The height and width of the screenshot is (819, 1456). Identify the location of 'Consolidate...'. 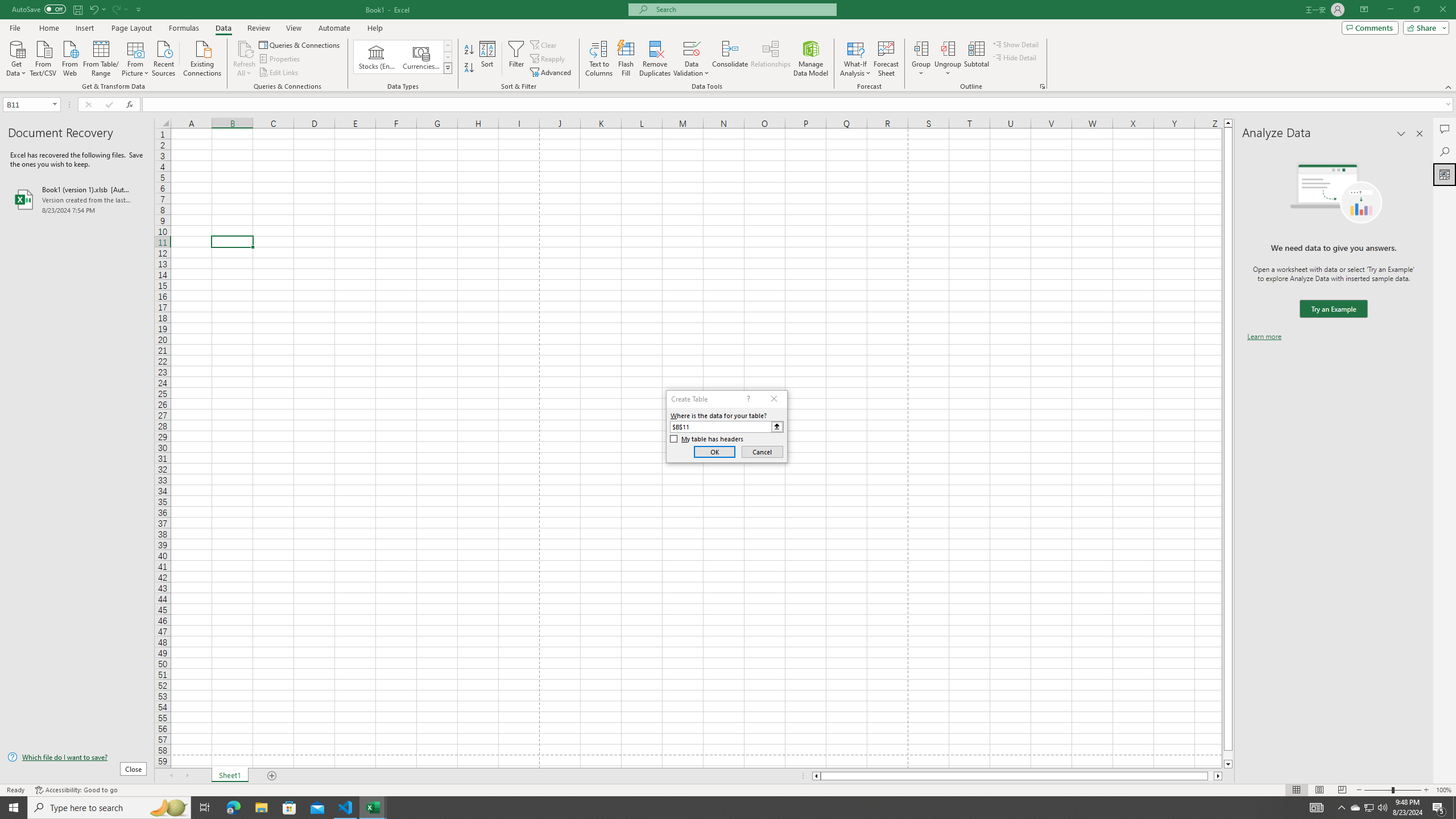
(730, 59).